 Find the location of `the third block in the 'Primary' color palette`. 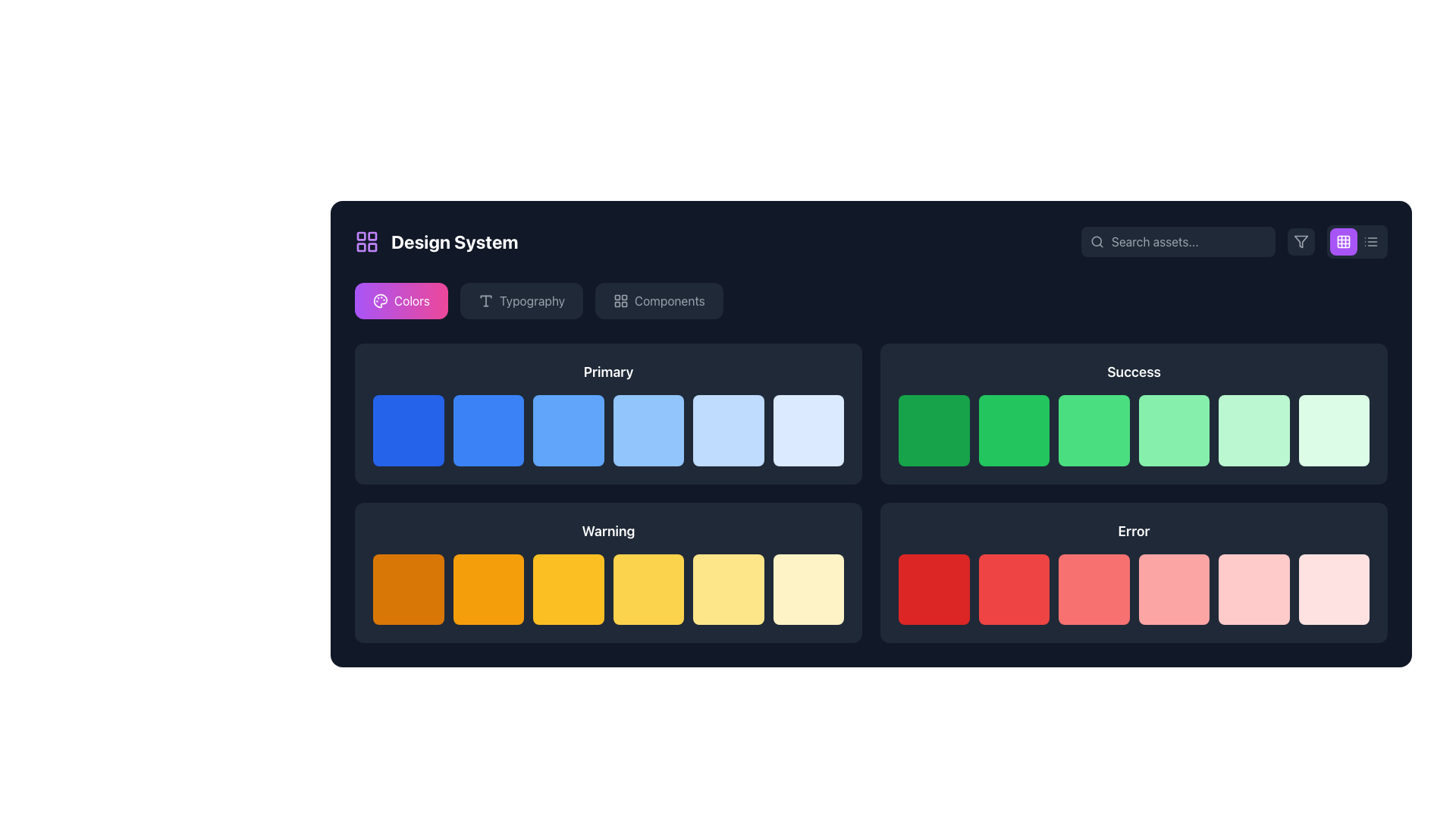

the third block in the 'Primary' color palette is located at coordinates (608, 413).